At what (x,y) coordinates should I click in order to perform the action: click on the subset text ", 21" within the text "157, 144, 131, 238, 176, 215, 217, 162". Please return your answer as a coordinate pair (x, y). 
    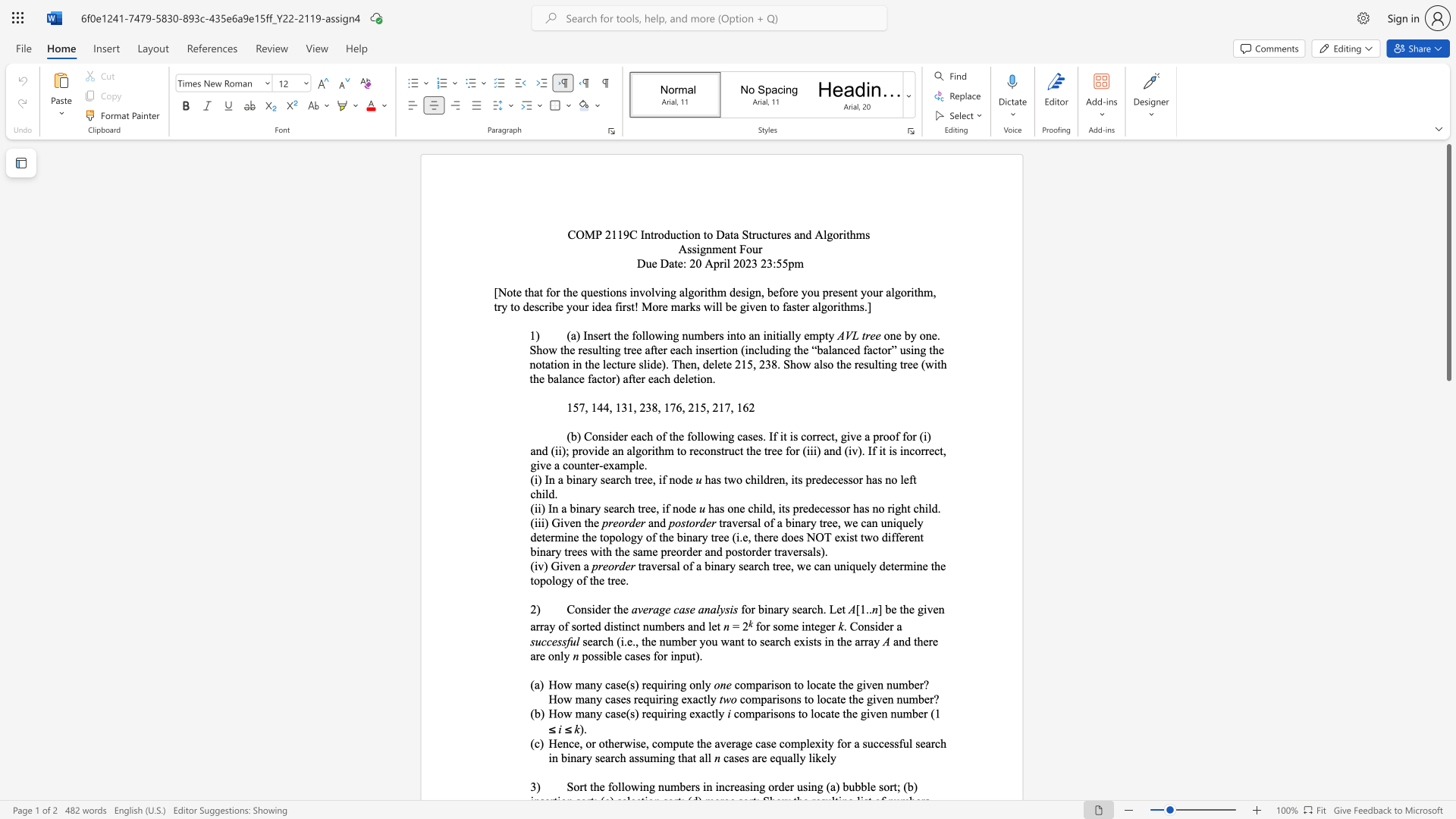
    Looking at the image, I should click on (705, 406).